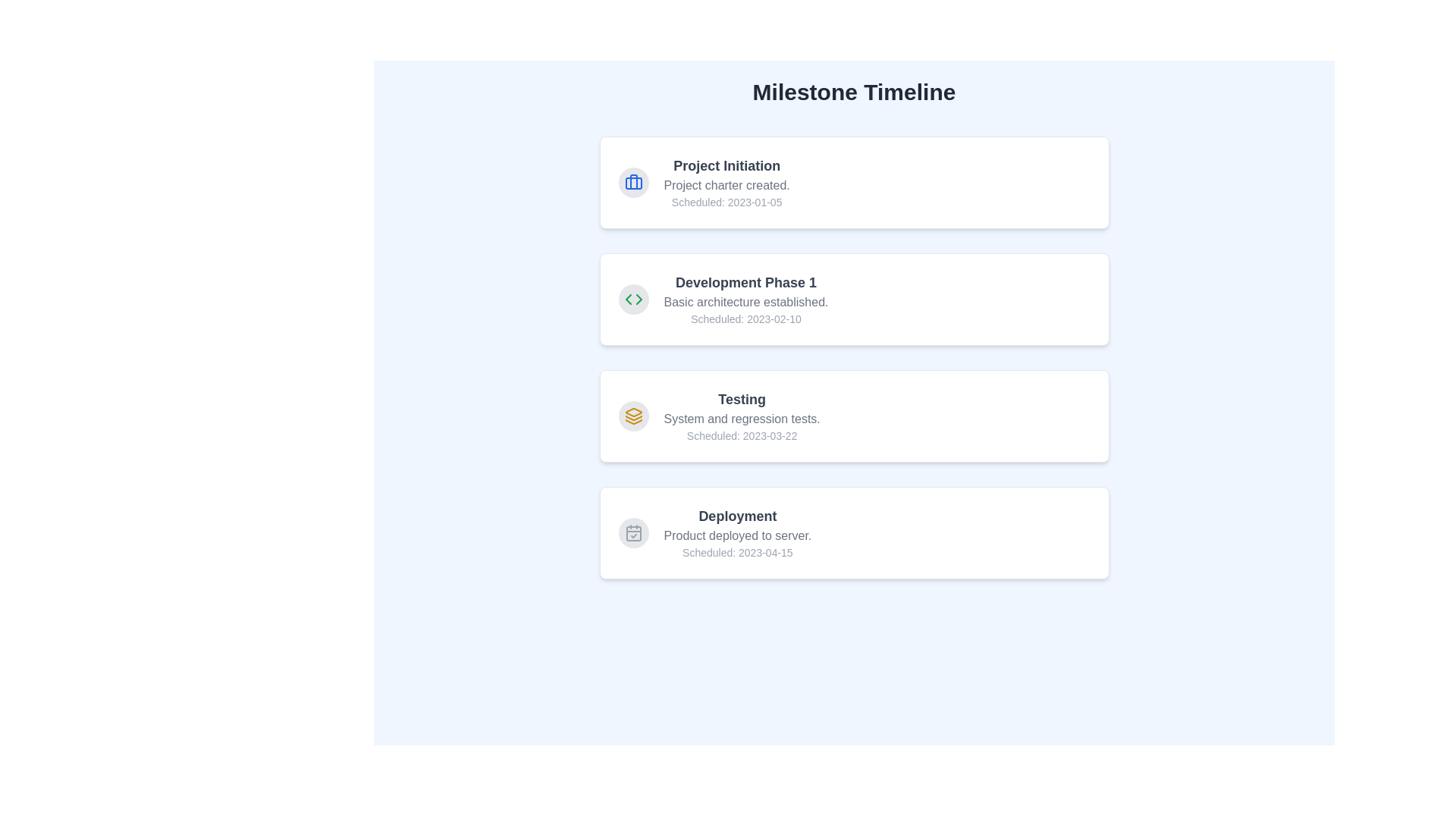 The image size is (1456, 819). What do you see at coordinates (633, 532) in the screenshot?
I see `the rounded gray icon with a calendar symbol and checkmark, located to the left of the 'Deployment' card, which is the fourth card in the vertical stack of milestone cards` at bounding box center [633, 532].